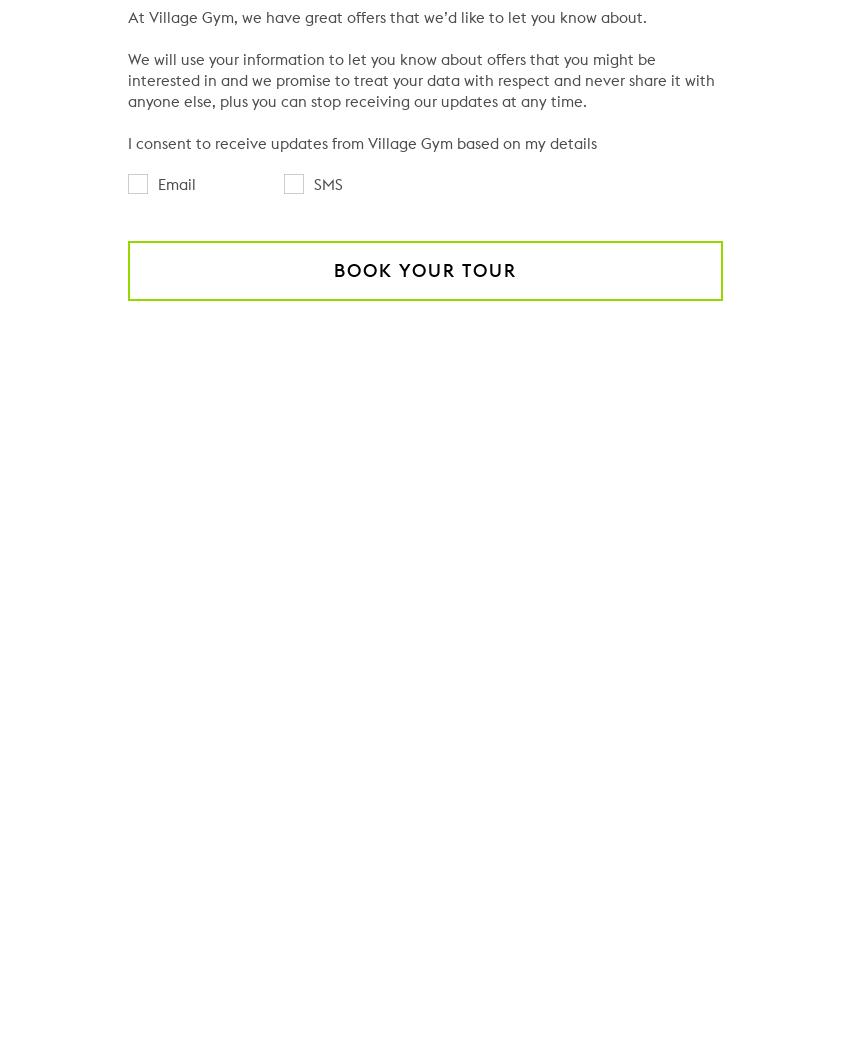  I want to click on 'Yes, our gym in Warrington has a 23m heated indoor', so click(370, 576).